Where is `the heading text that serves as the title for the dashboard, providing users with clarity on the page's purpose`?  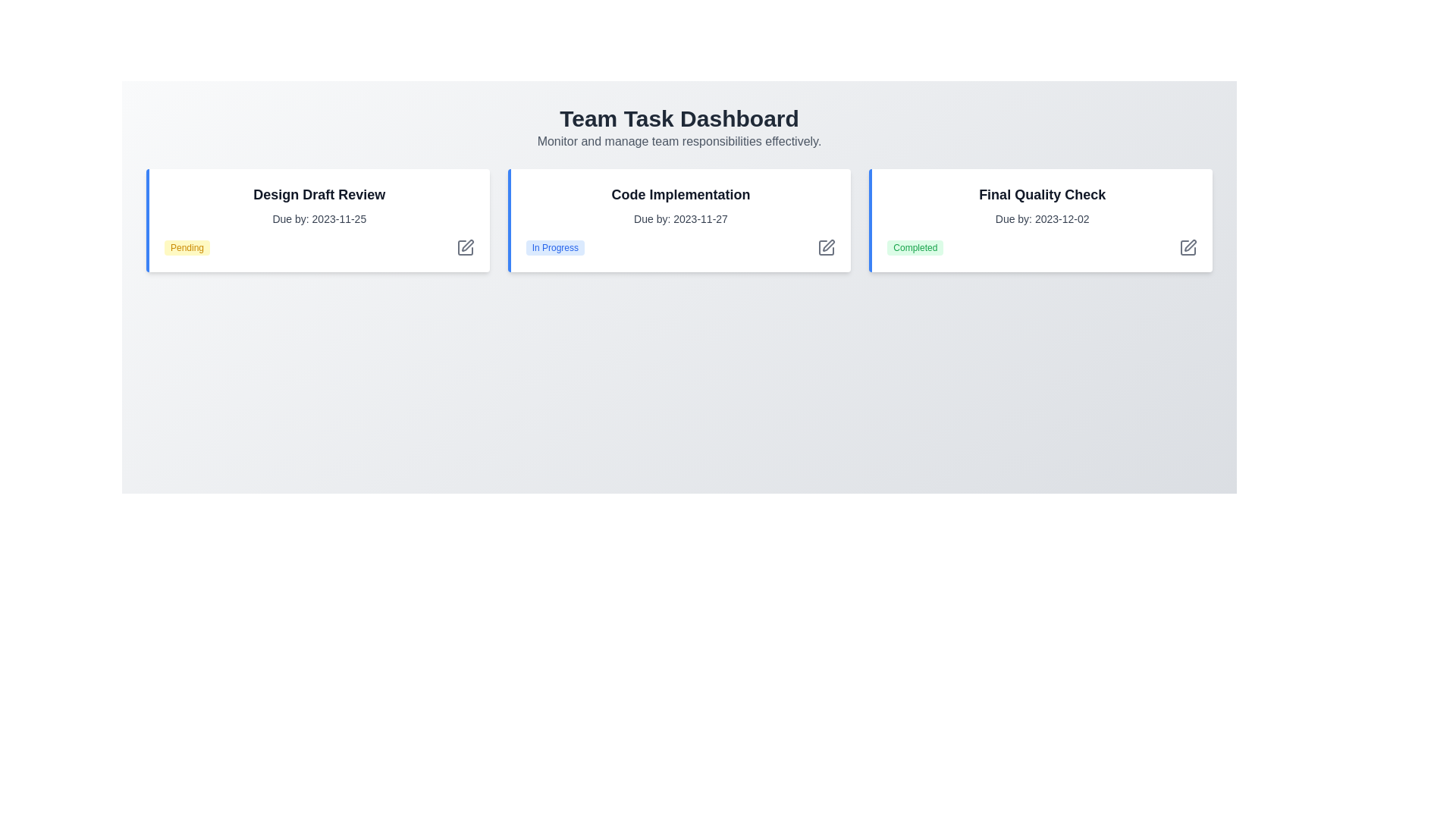
the heading text that serves as the title for the dashboard, providing users with clarity on the page's purpose is located at coordinates (679, 118).